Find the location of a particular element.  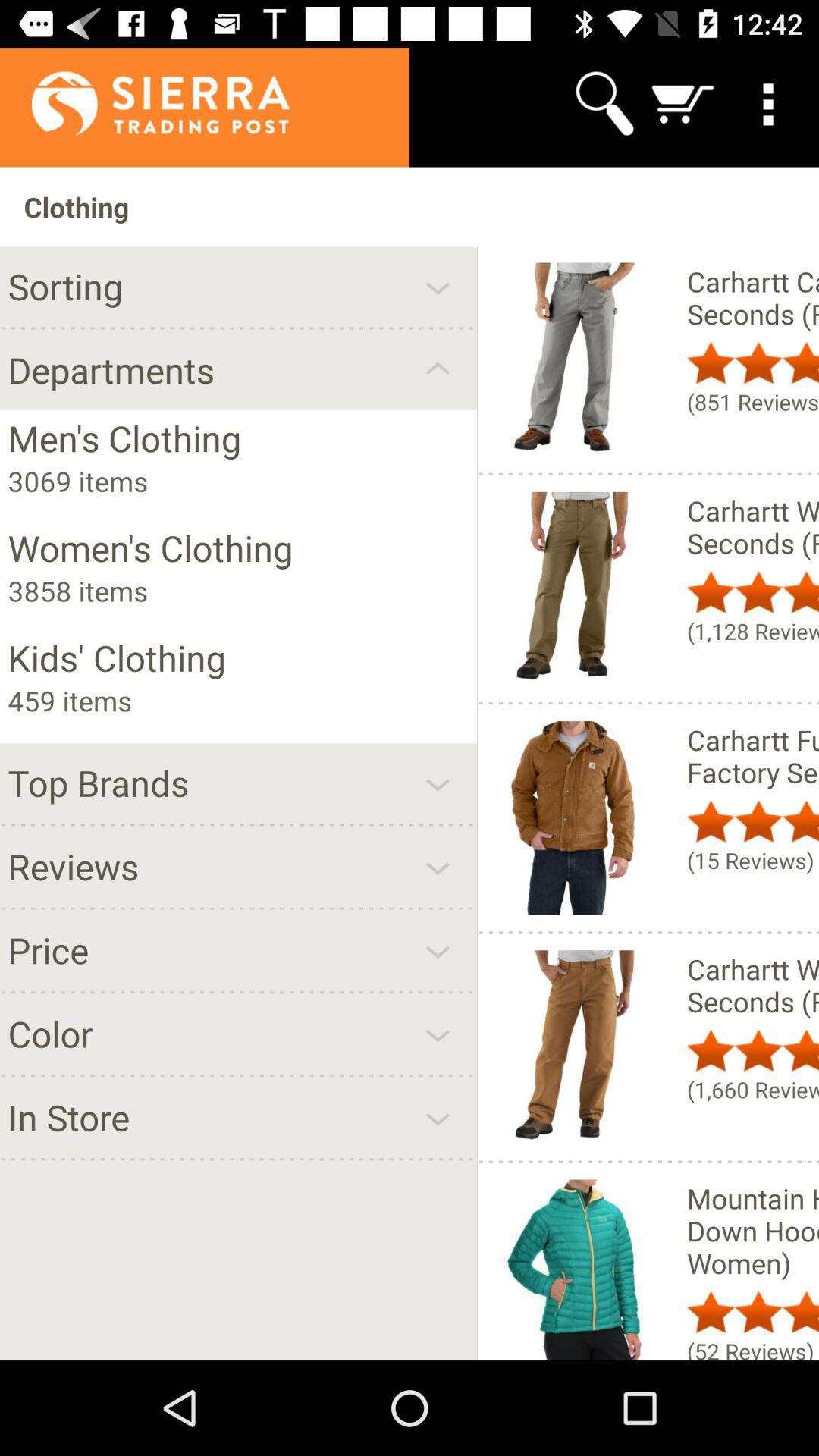

the icon above the clothing icon is located at coordinates (683, 102).